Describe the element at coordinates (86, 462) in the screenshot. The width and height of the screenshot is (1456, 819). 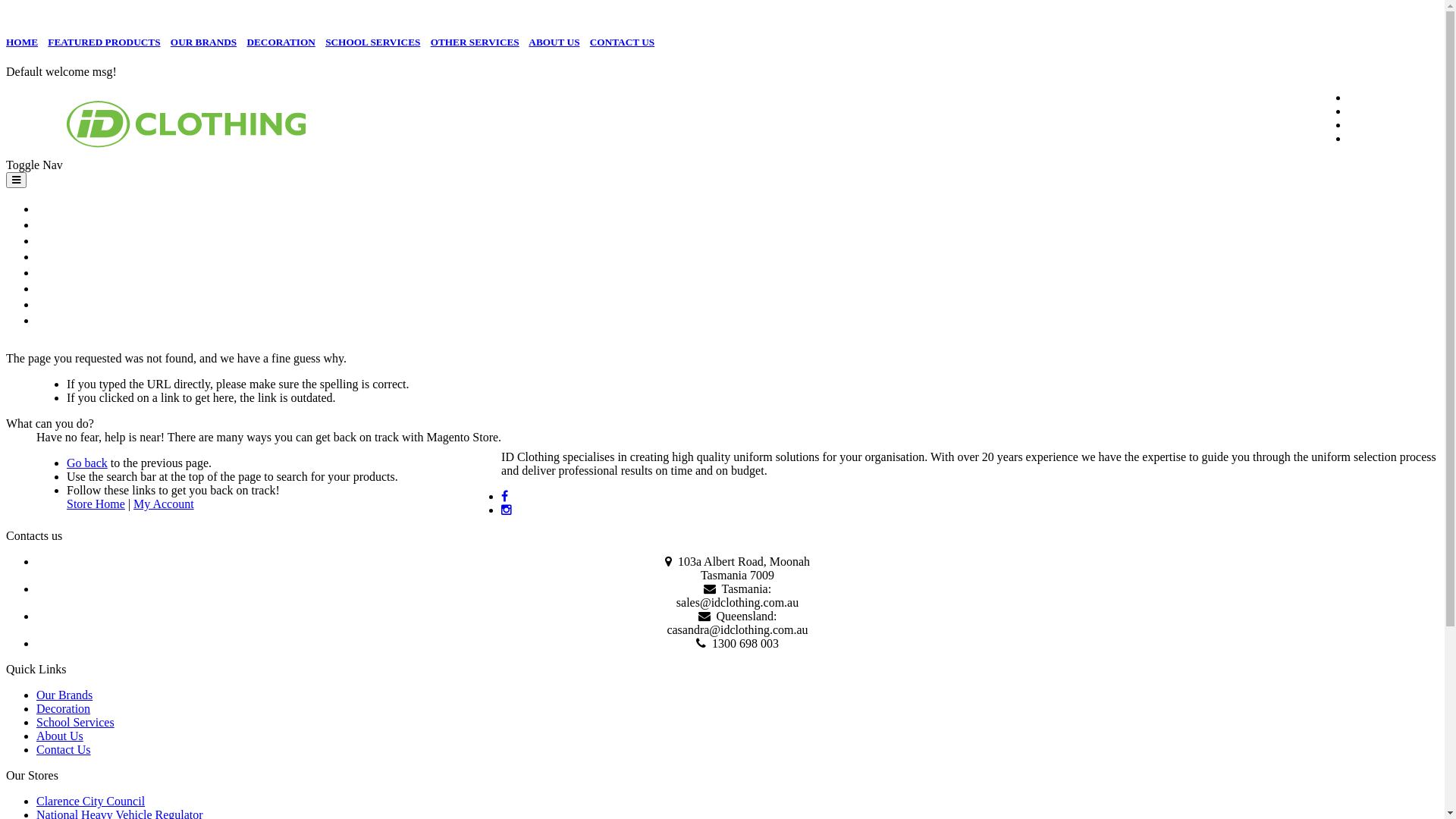
I see `'Go back'` at that location.